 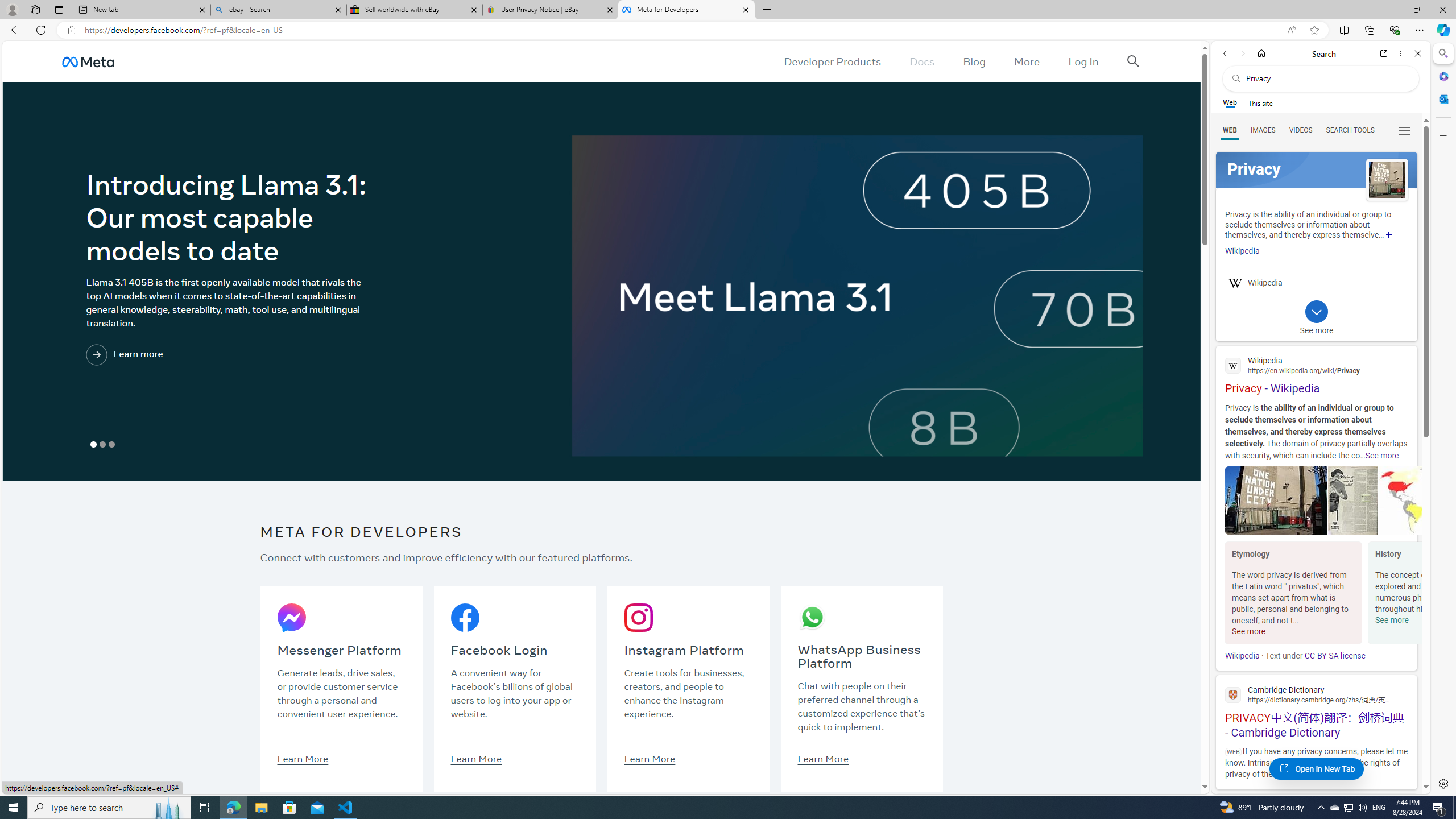 What do you see at coordinates (1316, 169) in the screenshot?
I see `'Class: spl_logobg'` at bounding box center [1316, 169].